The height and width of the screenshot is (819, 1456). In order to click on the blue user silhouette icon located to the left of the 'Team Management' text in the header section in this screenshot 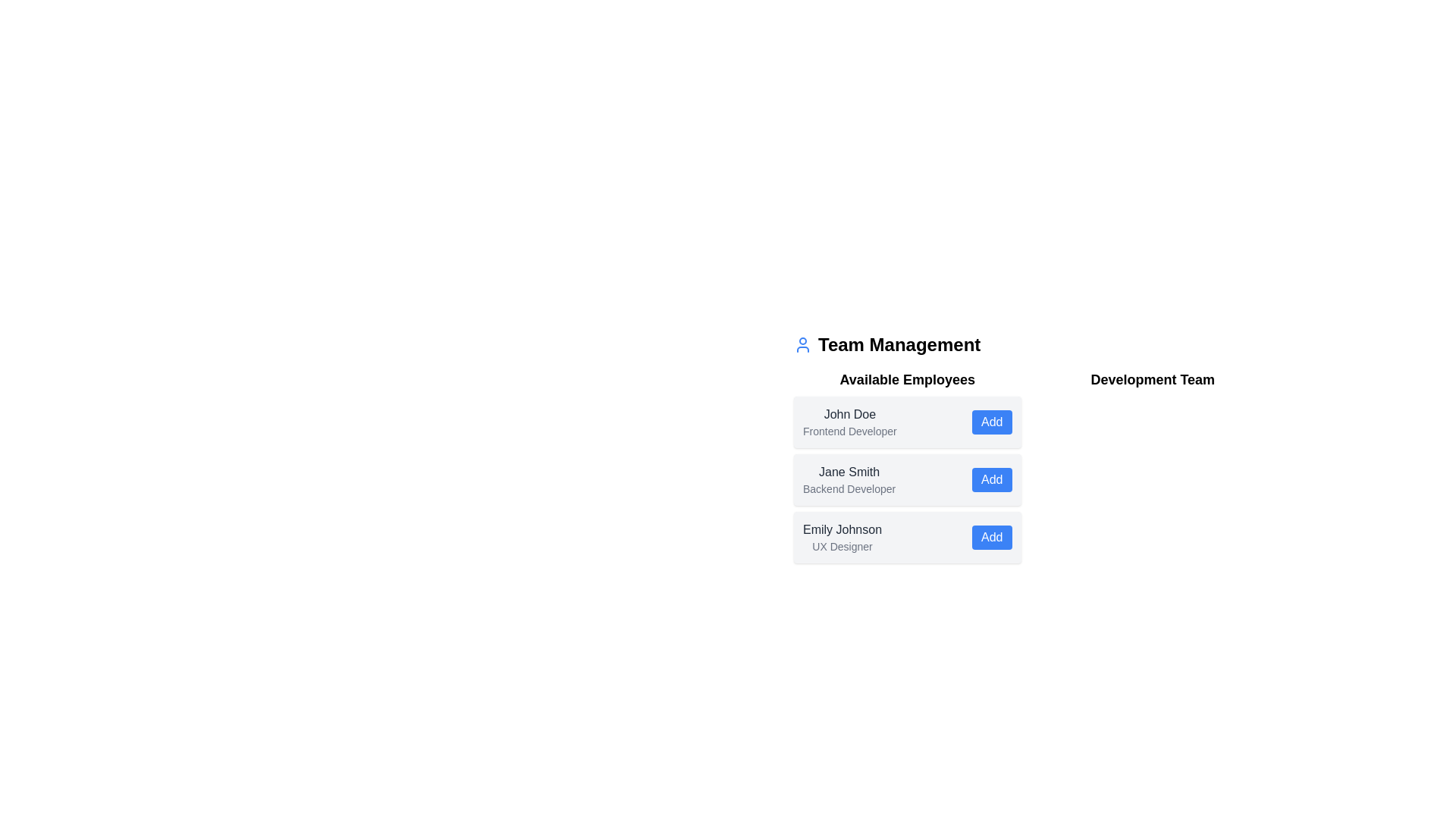, I will do `click(802, 345)`.